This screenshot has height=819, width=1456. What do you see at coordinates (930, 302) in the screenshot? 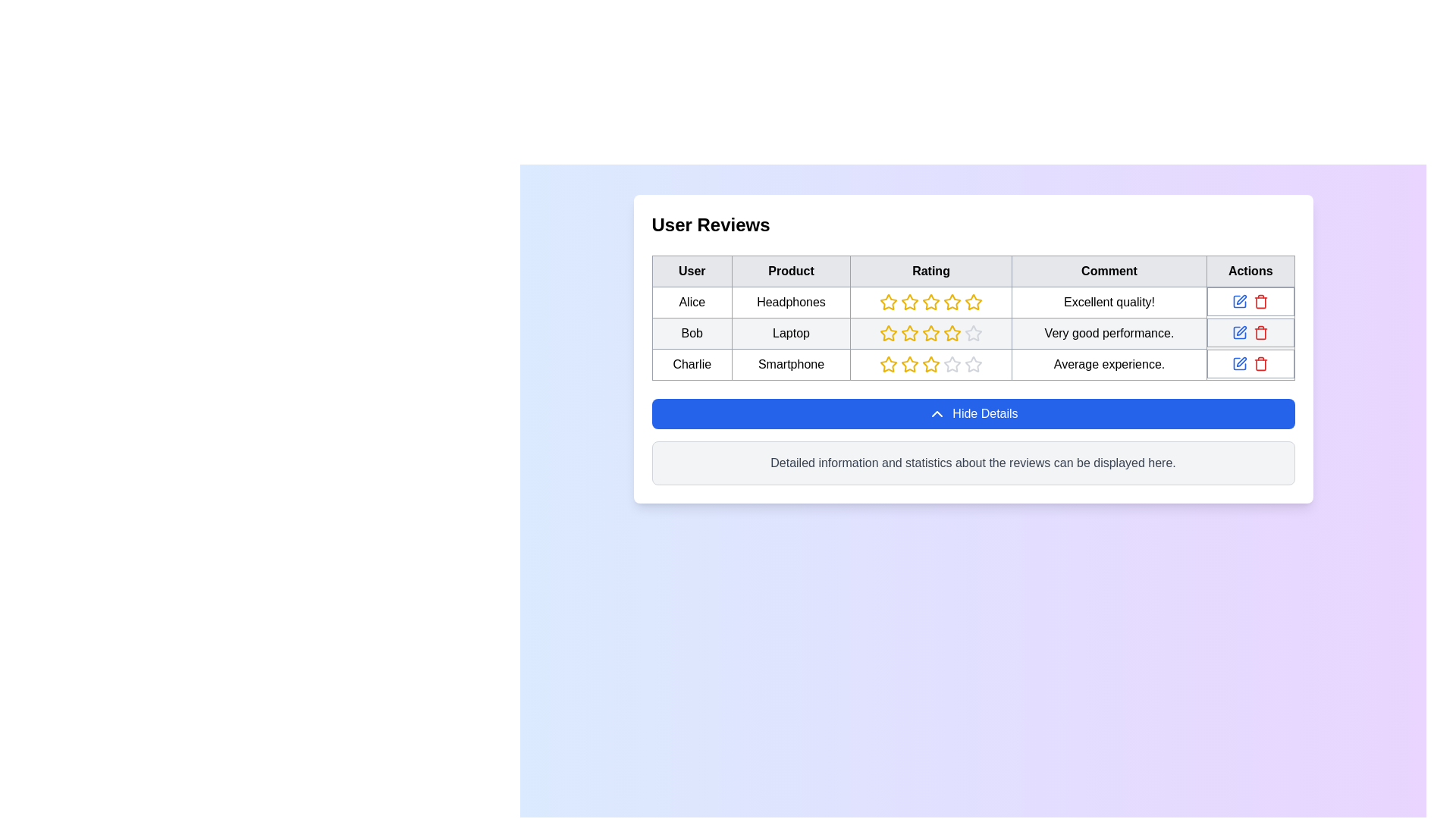
I see `the fifth yellow star icon in the 'Rating' column for the product 'Headphones' in the 'User Reviews' section` at bounding box center [930, 302].